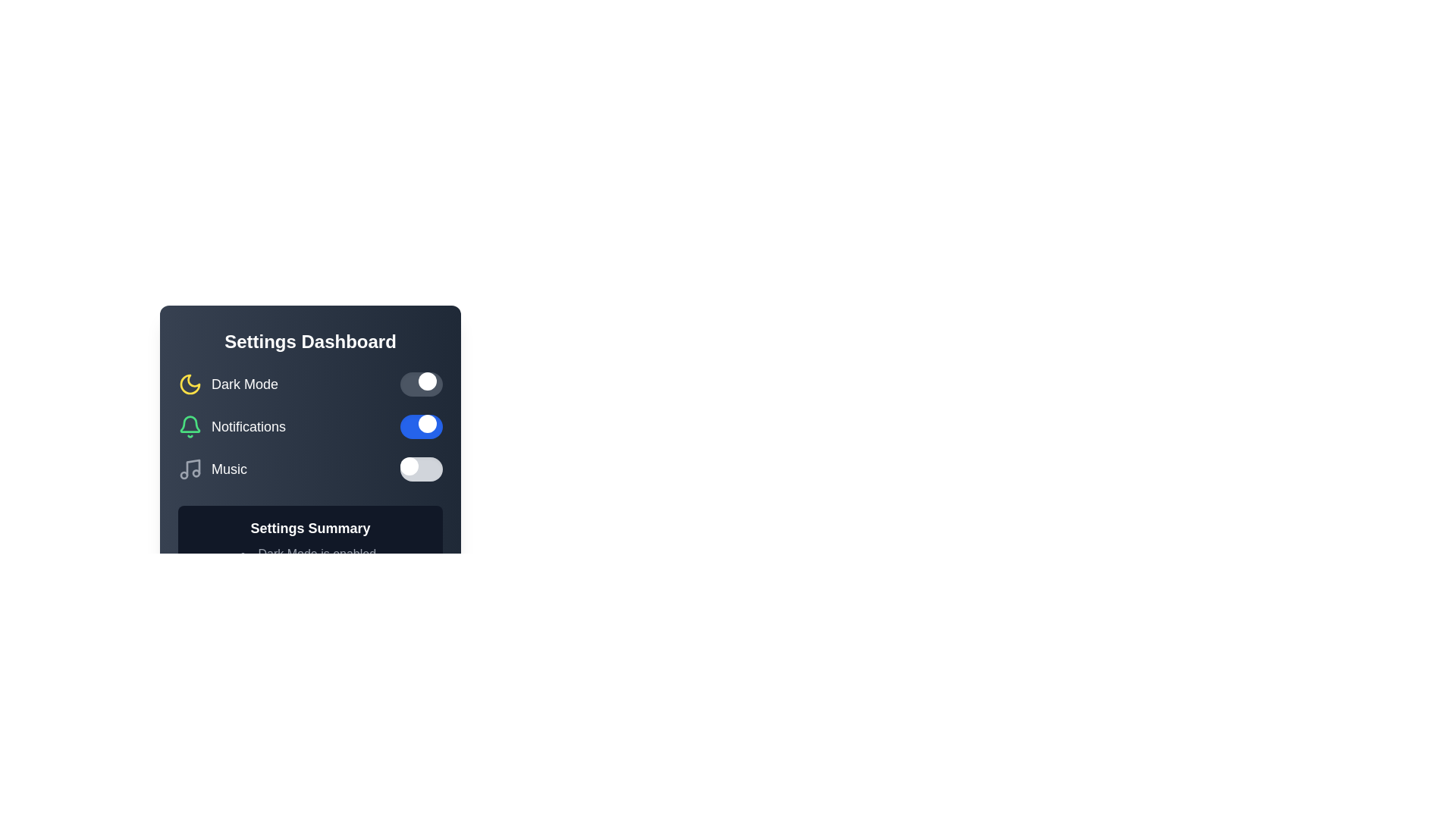  I want to click on the toggle switch for the 'Dark Mode' setting, which is a horizontal capsule with a dark gray background and a white circular knob, so click(422, 383).